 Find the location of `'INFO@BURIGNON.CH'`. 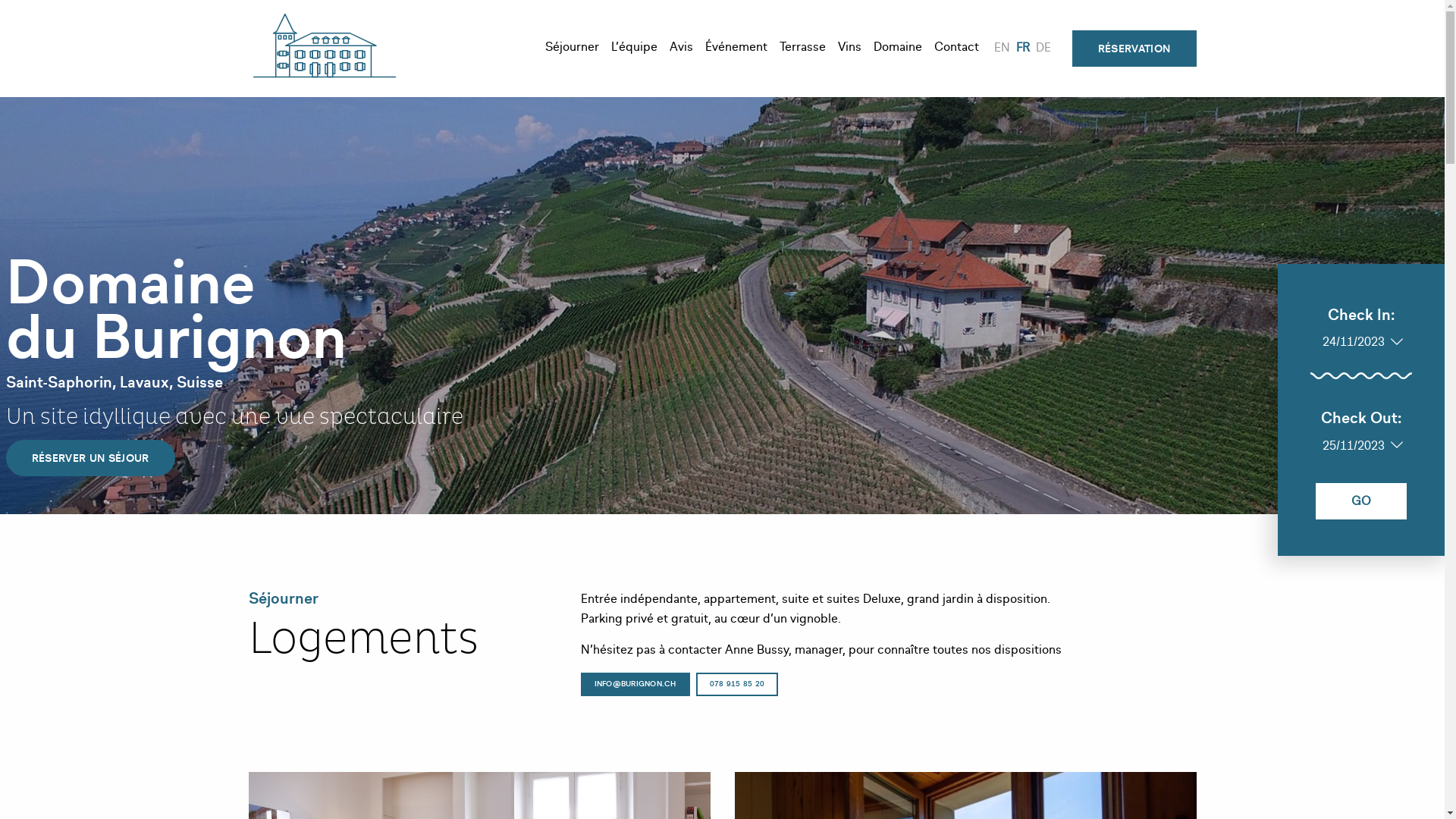

'INFO@BURIGNON.CH' is located at coordinates (635, 684).